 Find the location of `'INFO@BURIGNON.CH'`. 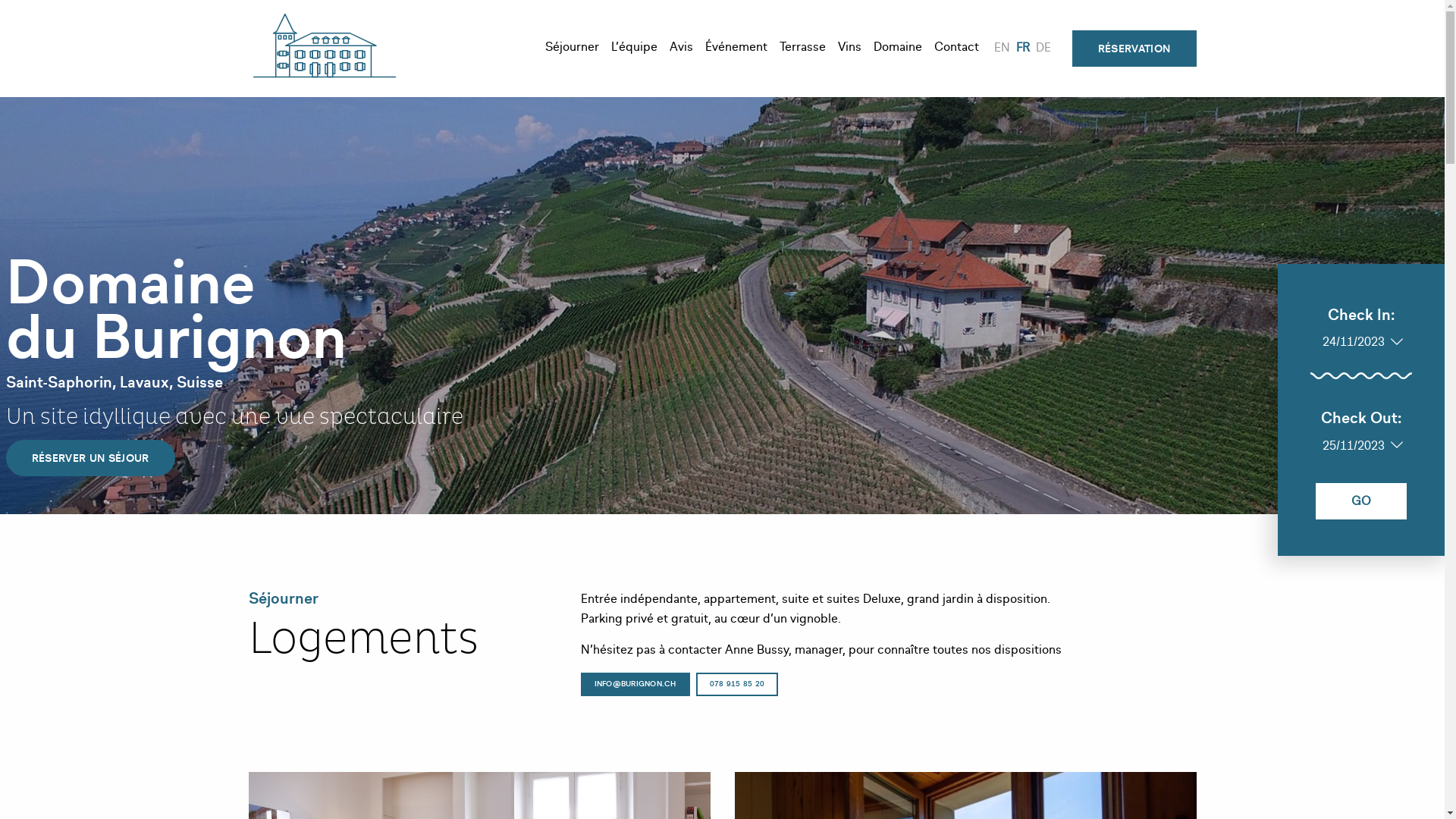

'INFO@BURIGNON.CH' is located at coordinates (635, 684).